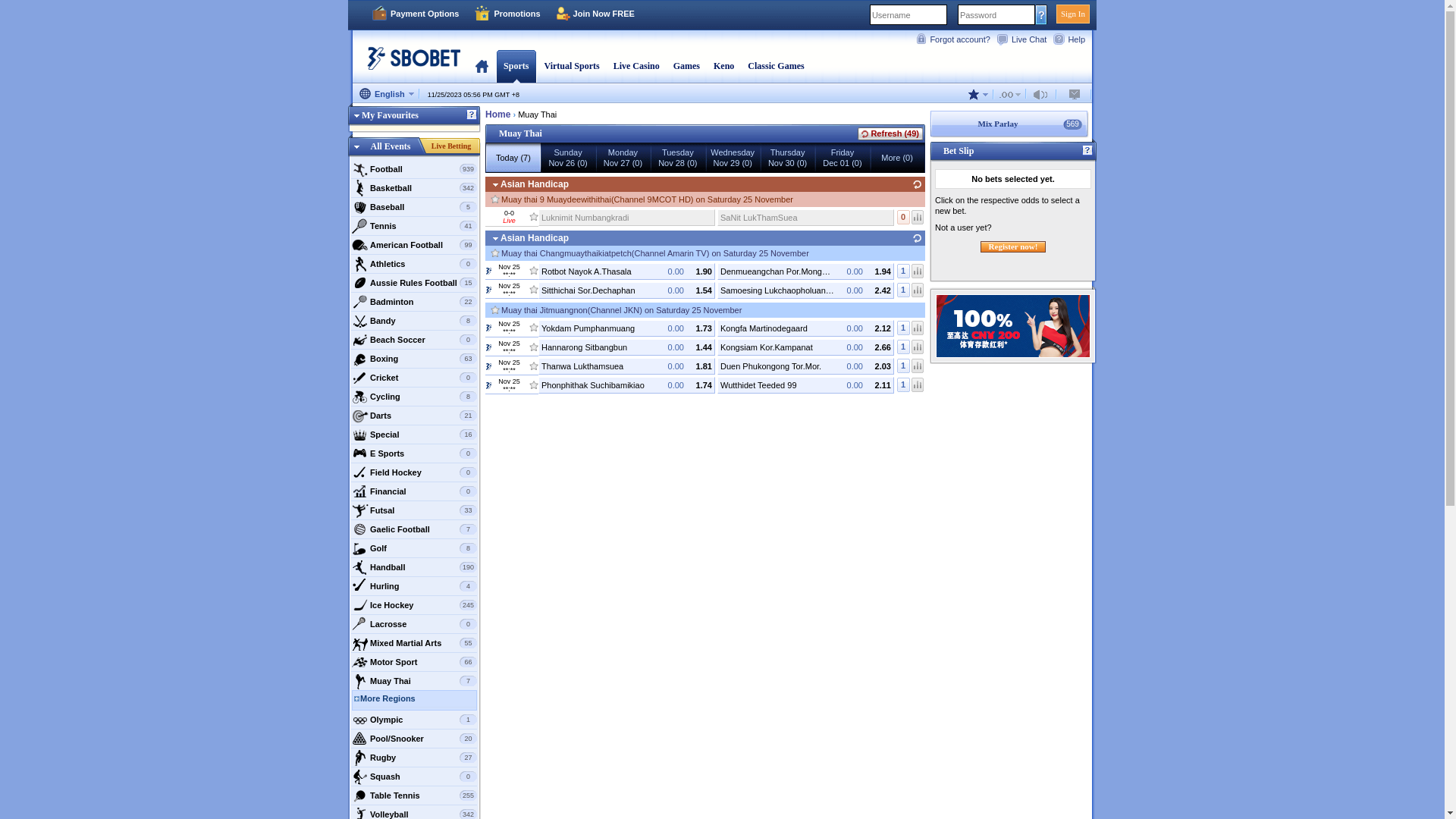 The image size is (1456, 819). Describe the element at coordinates (1071, 38) in the screenshot. I see `'Help'` at that location.